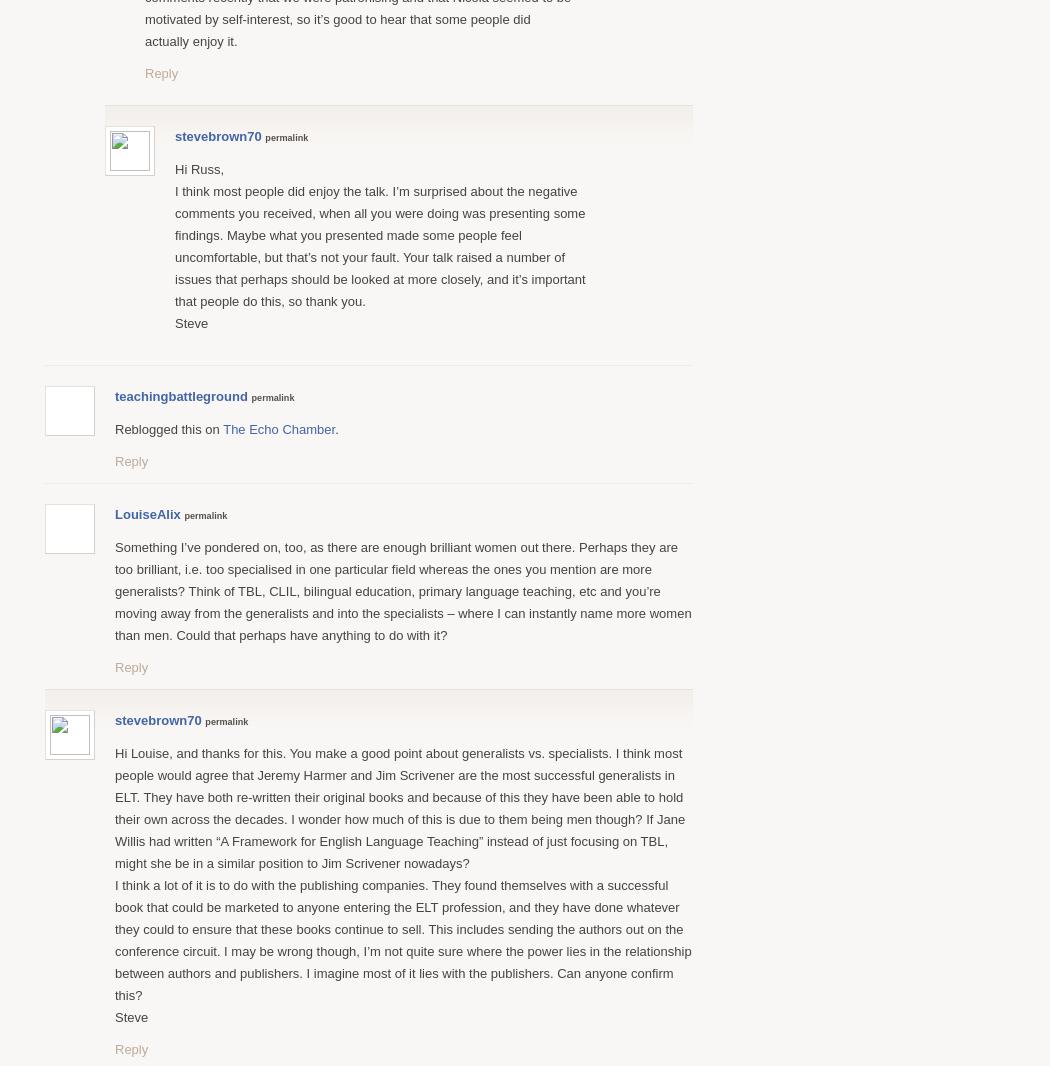 The height and width of the screenshot is (1066, 1050). Describe the element at coordinates (277, 428) in the screenshot. I see `'The Echo Chamber'` at that location.